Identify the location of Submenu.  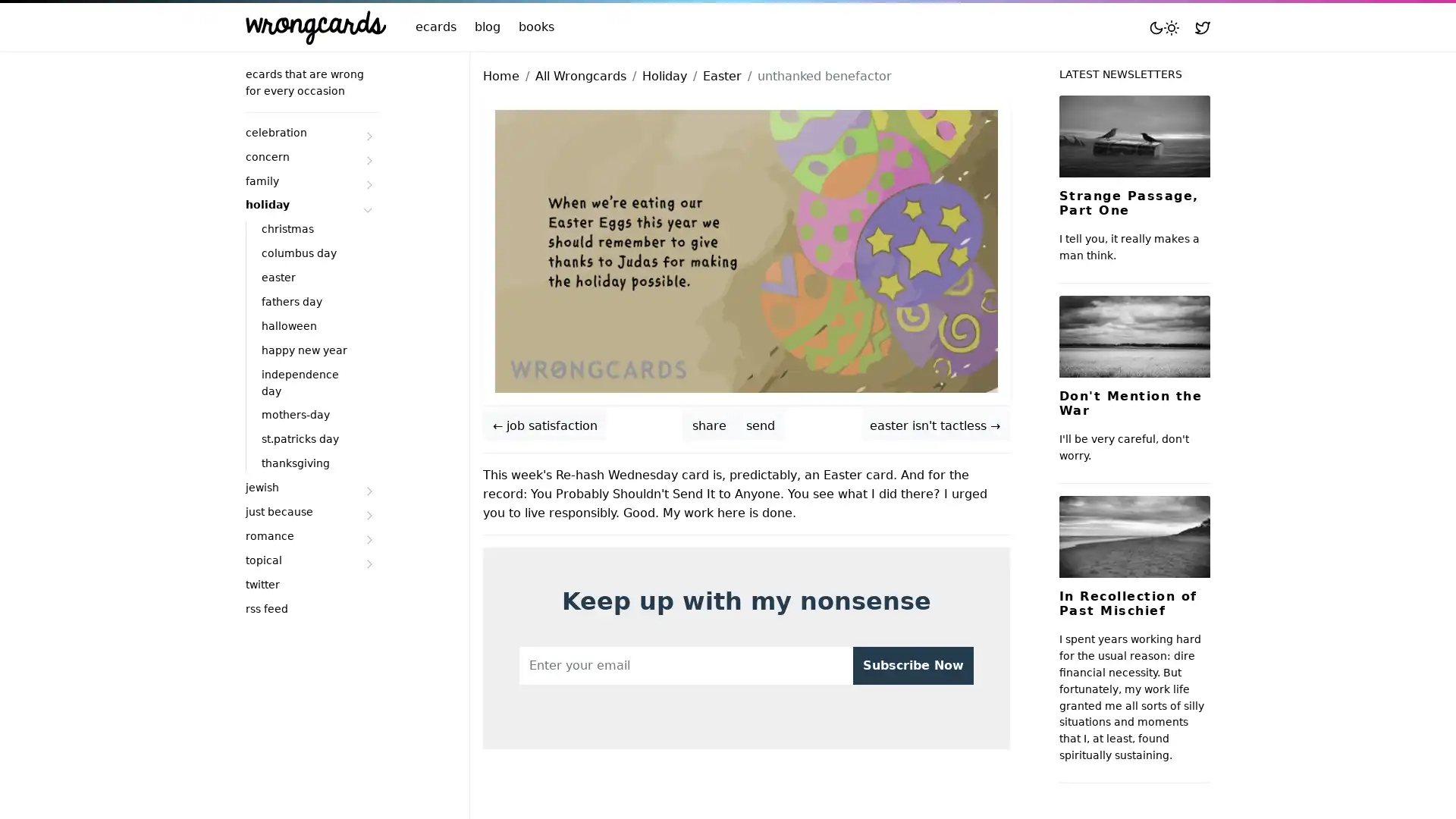
(367, 160).